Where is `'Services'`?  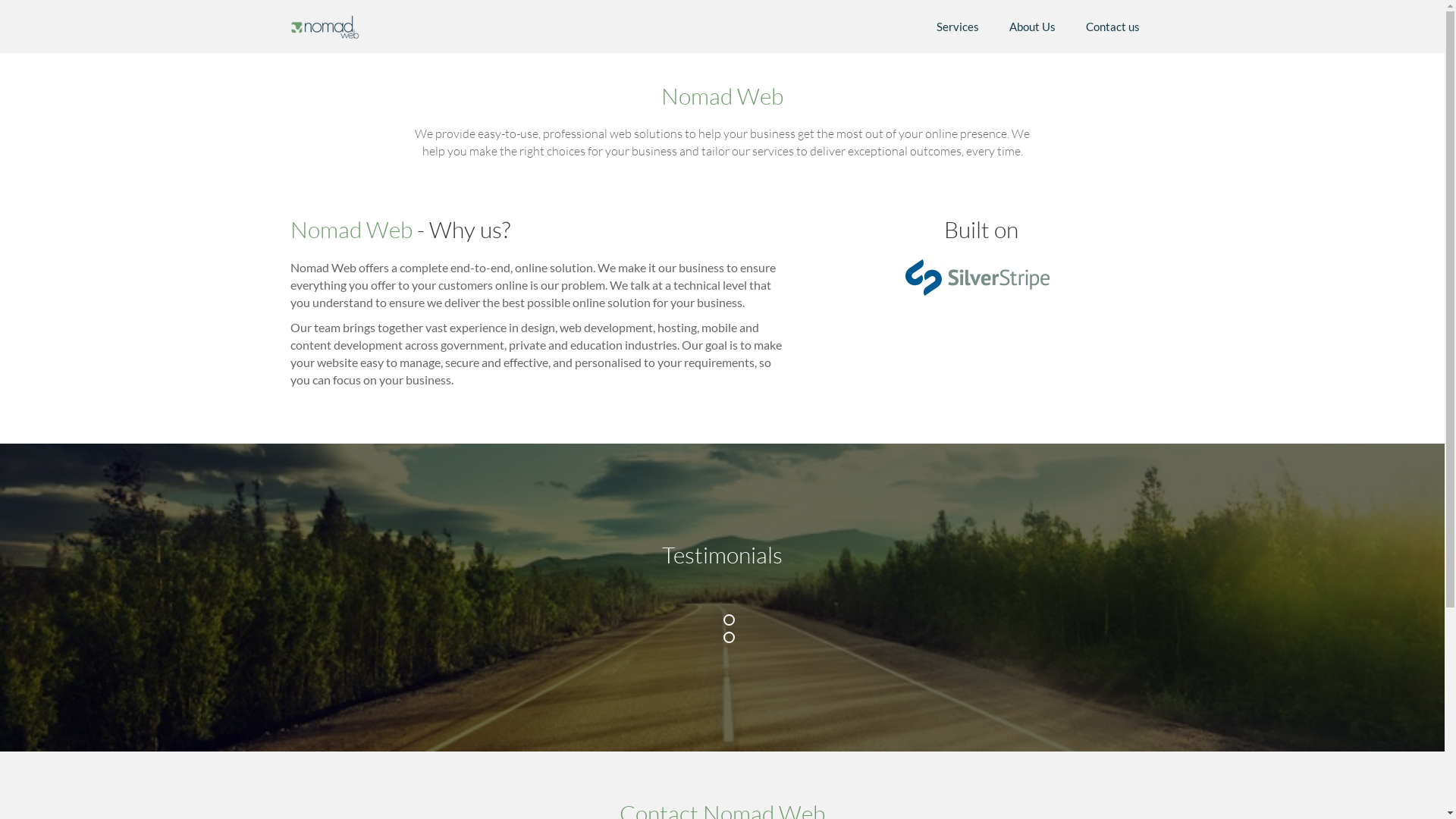
'Services' is located at coordinates (920, 26).